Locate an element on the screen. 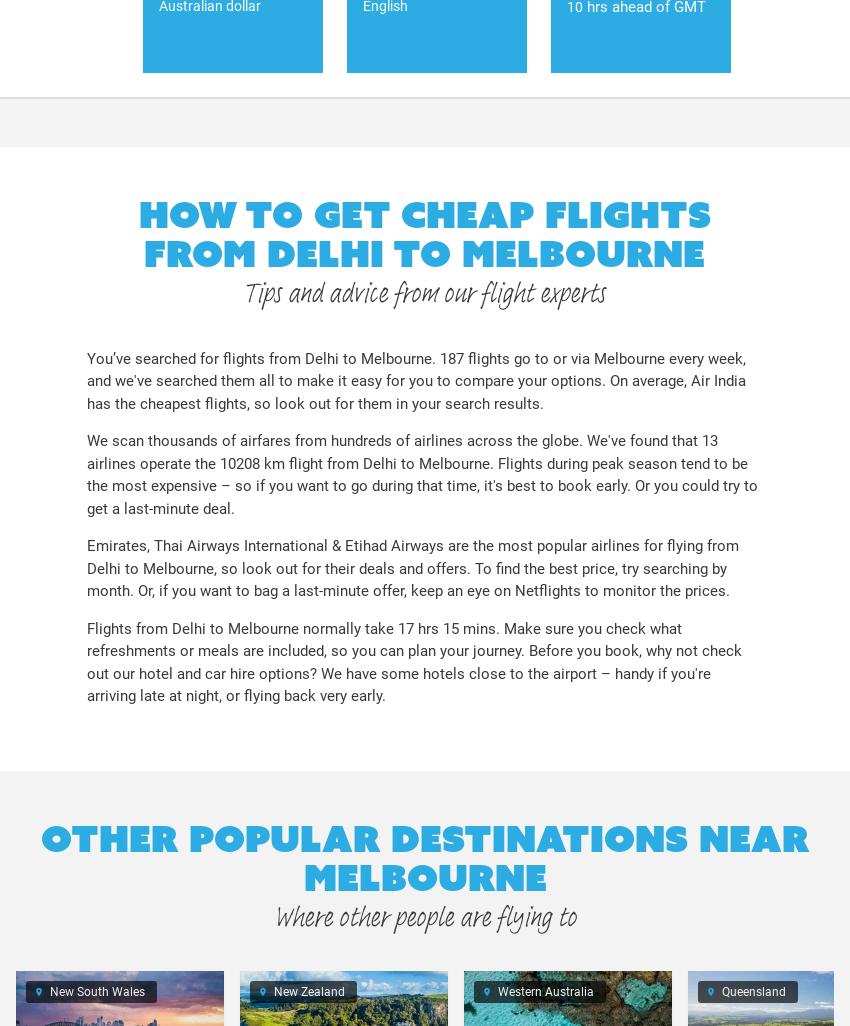 The image size is (850, 1026). 'Tips and advice from our flight experts' is located at coordinates (424, 296).